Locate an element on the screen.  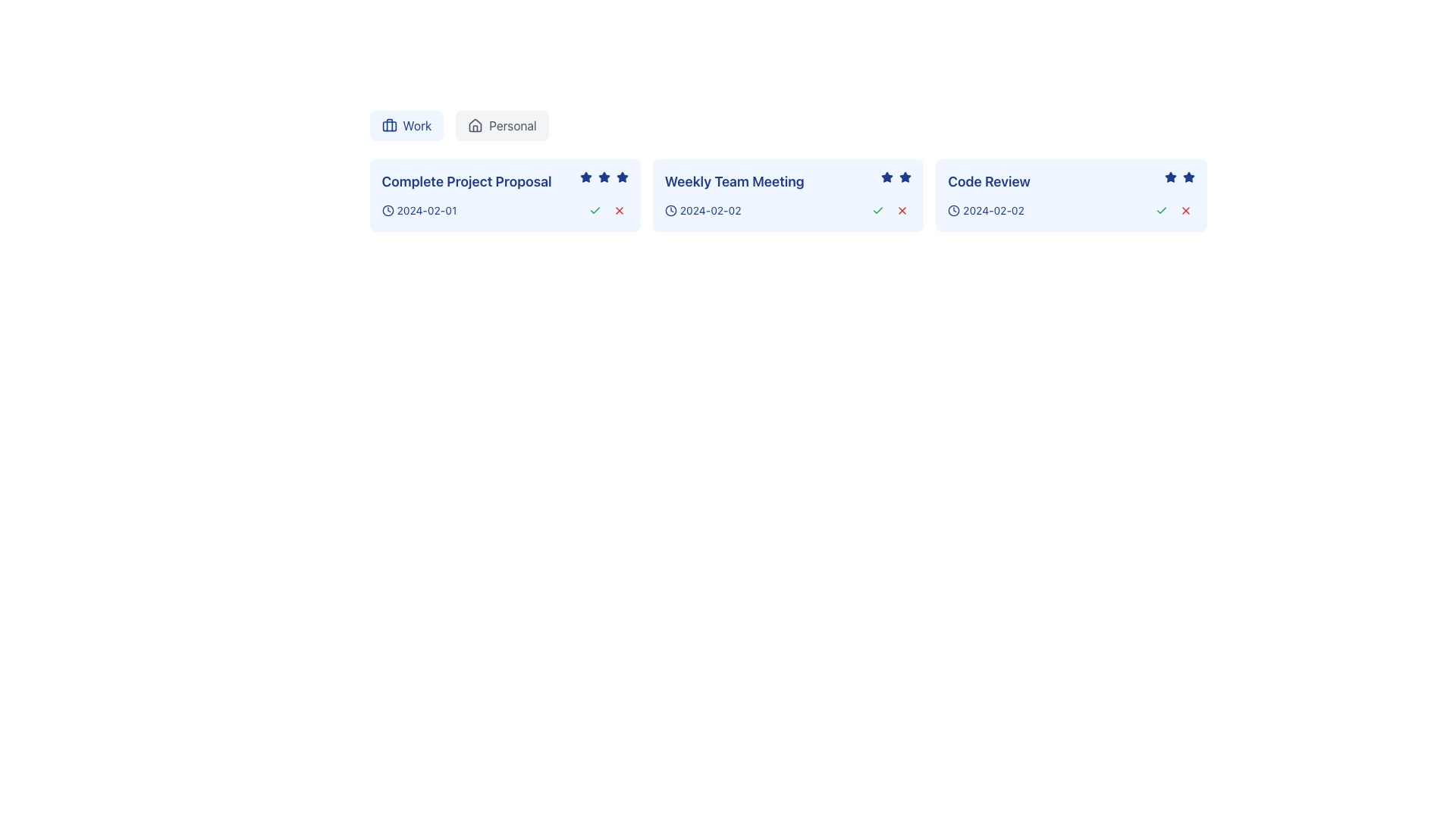
the clock icon that indicates the deadline associated with the date '2024-02-02' next to the 'Code Review' item in the third column is located at coordinates (953, 210).